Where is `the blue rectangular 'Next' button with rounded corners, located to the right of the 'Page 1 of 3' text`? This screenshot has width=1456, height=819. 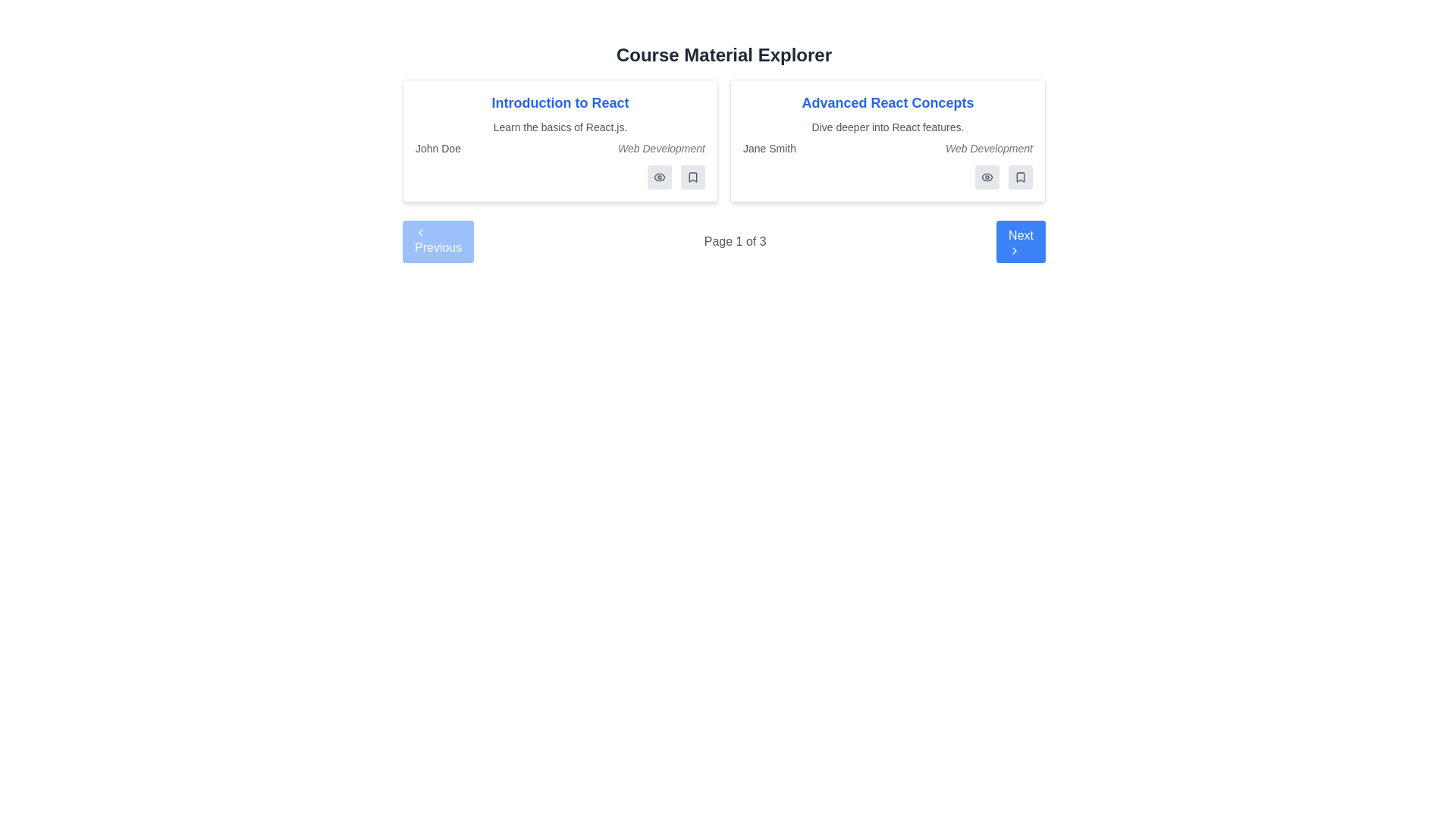
the blue rectangular 'Next' button with rounded corners, located to the right of the 'Page 1 of 3' text is located at coordinates (1021, 241).